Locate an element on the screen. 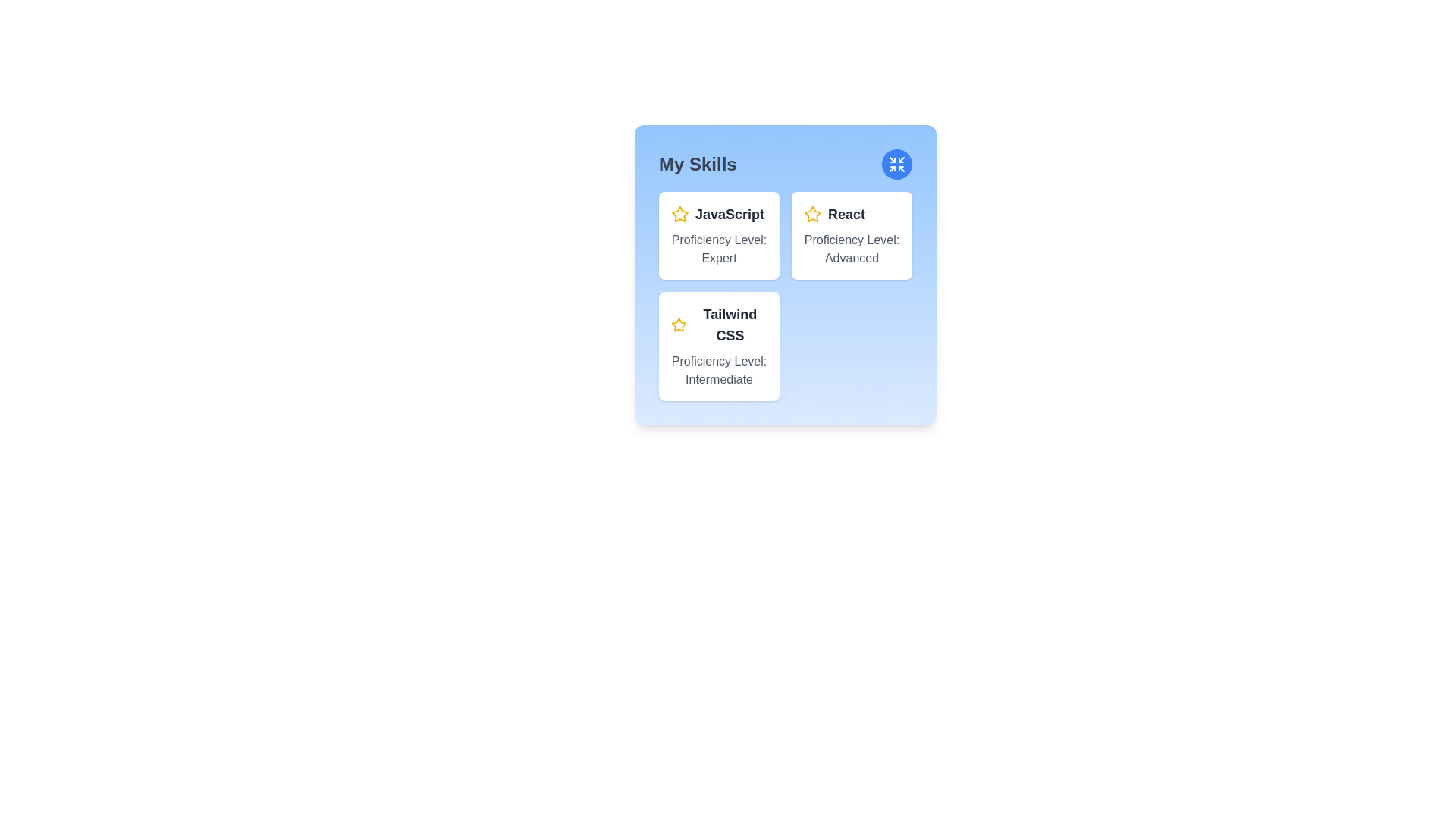 Image resolution: width=1456 pixels, height=819 pixels. the Text Label with Icon displaying the programming skill 'JavaScript' and its importance indicated by a star icon, positioned in the top-left corner of the grid layout is located at coordinates (718, 214).